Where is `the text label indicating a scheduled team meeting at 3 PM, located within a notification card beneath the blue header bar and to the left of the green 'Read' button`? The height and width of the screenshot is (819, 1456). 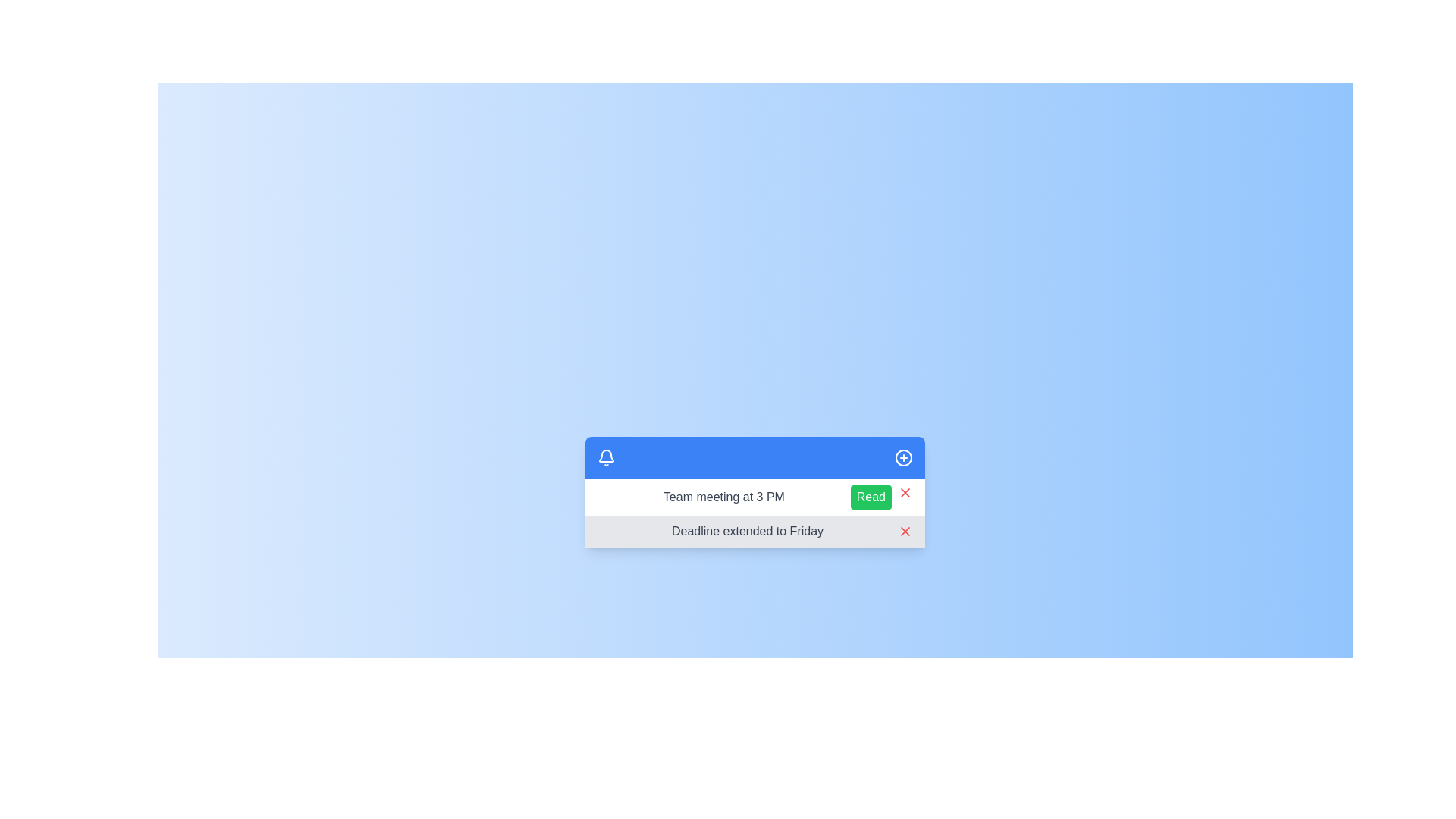 the text label indicating a scheduled team meeting at 3 PM, located within a notification card beneath the blue header bar and to the left of the green 'Read' button is located at coordinates (723, 497).